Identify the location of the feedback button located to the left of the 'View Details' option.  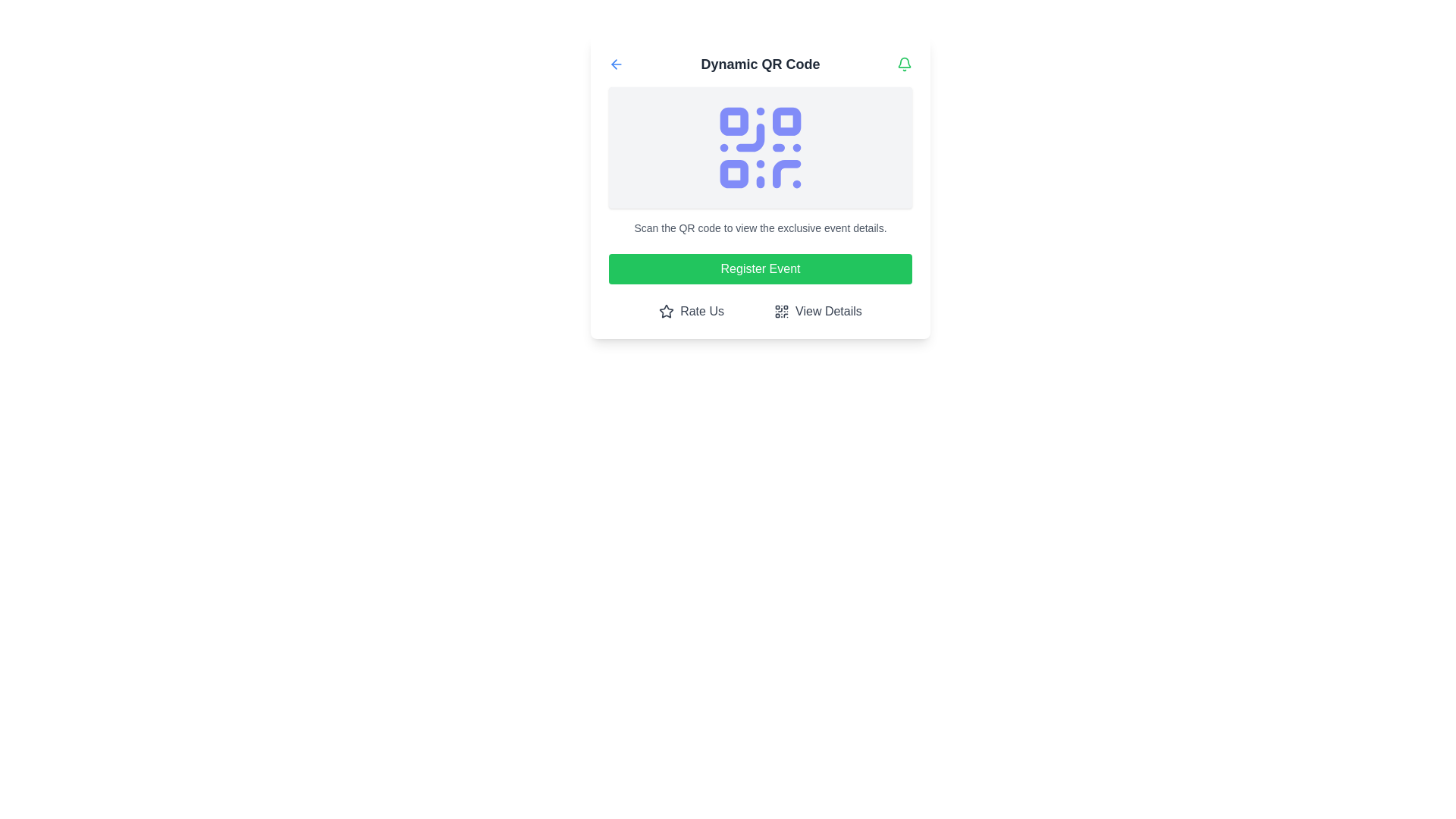
(691, 311).